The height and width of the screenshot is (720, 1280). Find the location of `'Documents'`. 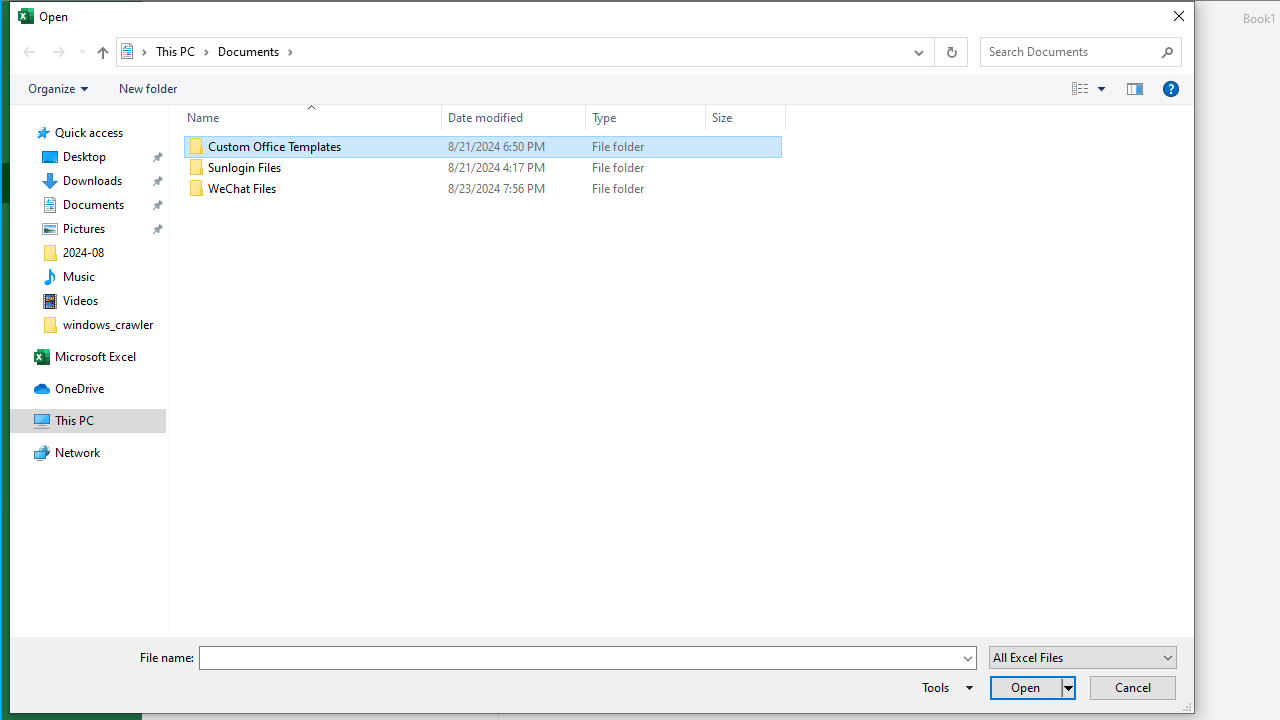

'Documents' is located at coordinates (255, 50).